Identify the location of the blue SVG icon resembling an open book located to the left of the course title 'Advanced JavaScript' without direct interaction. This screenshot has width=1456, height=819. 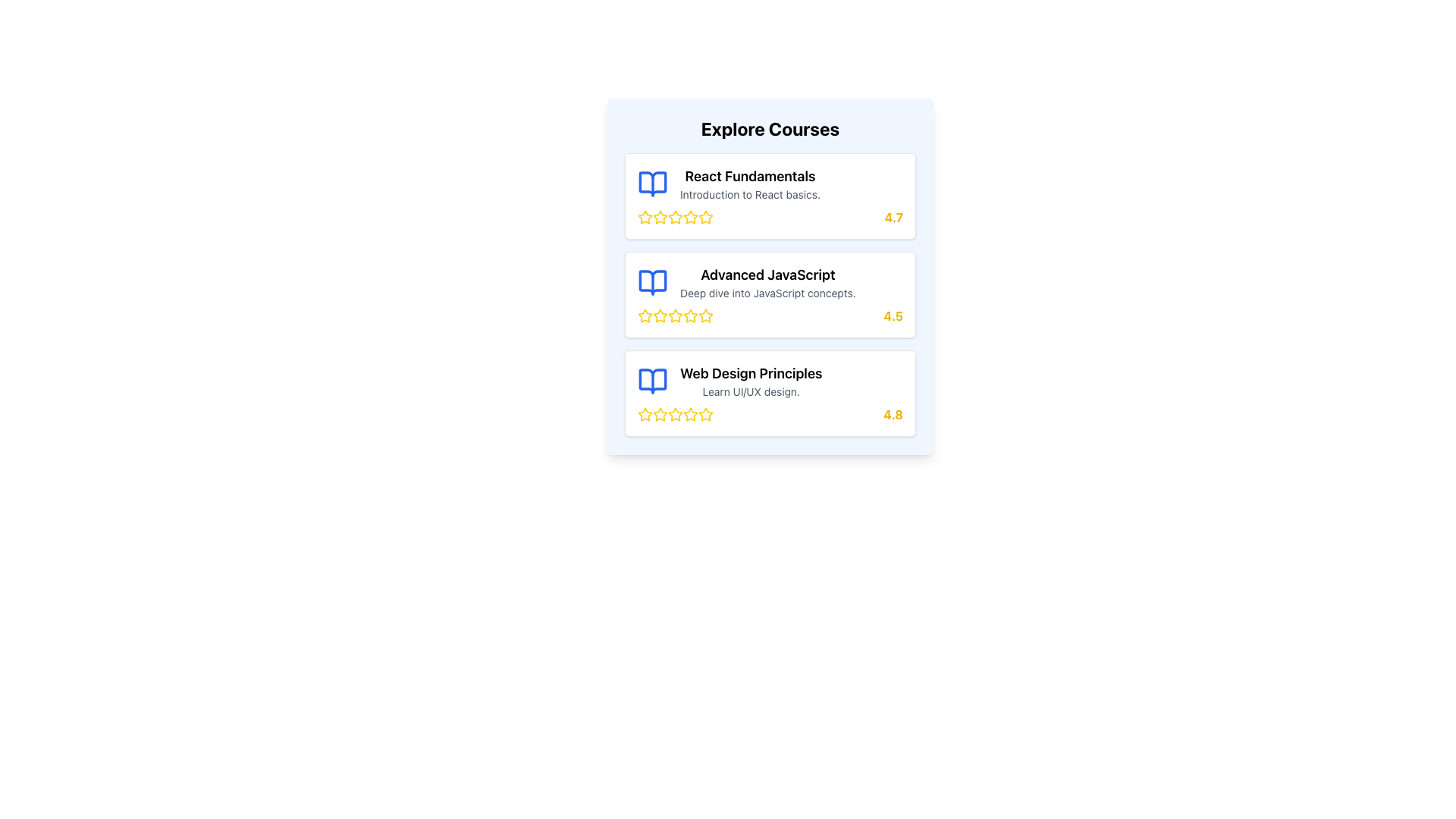
(652, 283).